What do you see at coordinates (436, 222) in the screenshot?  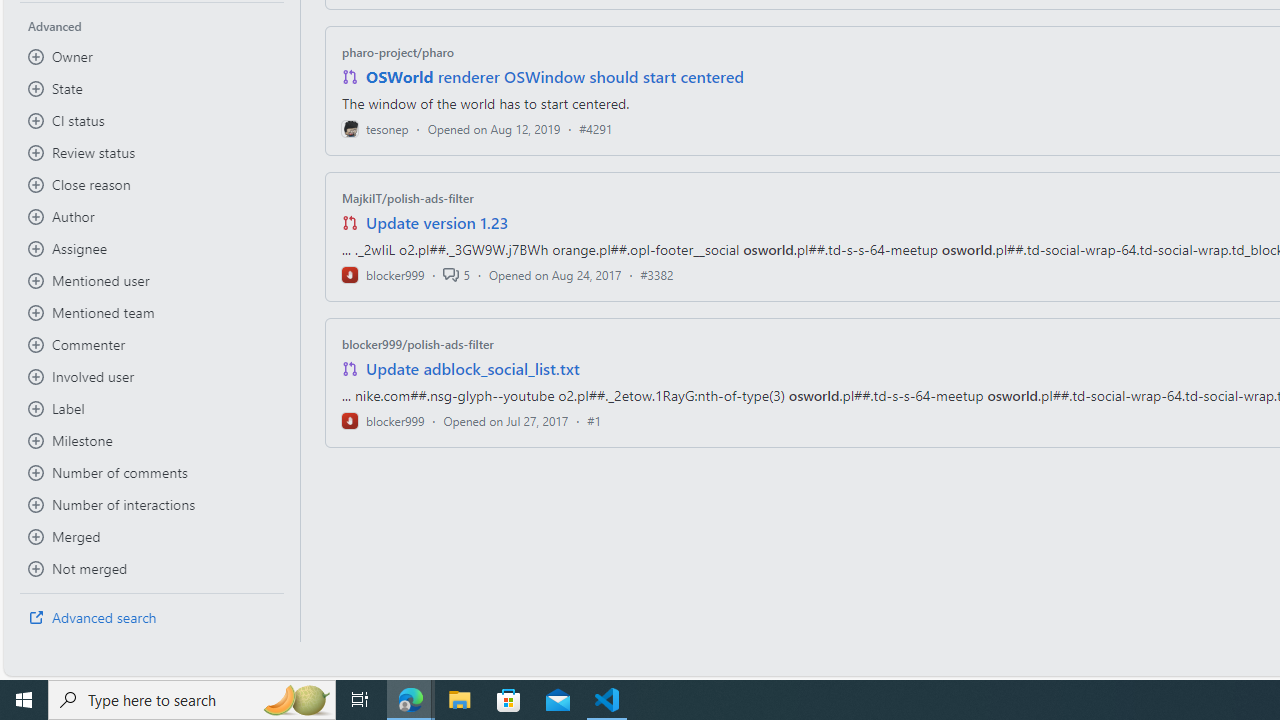 I see `'Update version 1.23'` at bounding box center [436, 222].